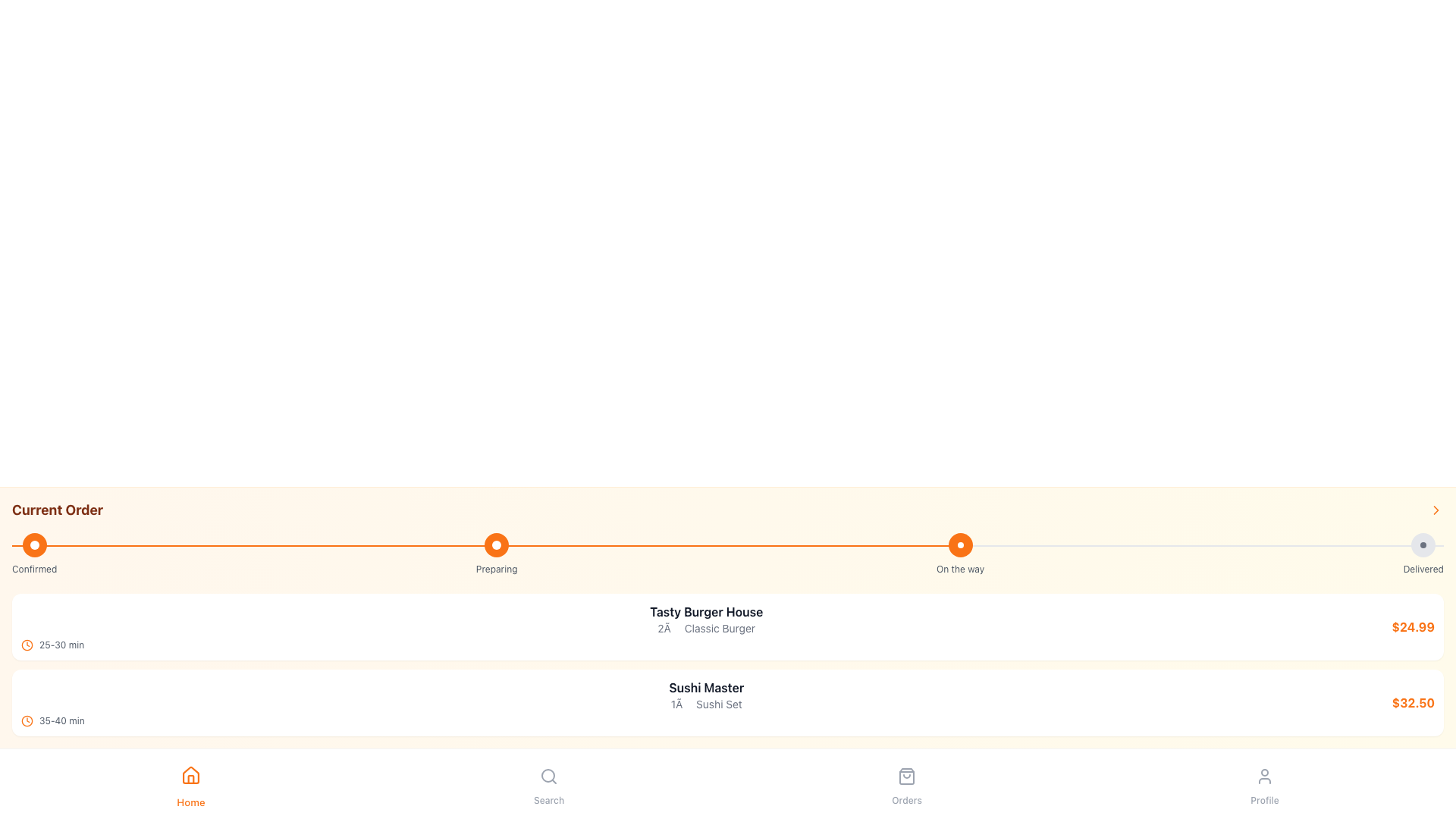  Describe the element at coordinates (1412, 626) in the screenshot. I see `the price display showing '$24.99' in bold orange text, located at the far right of the 'Tasty Burger House' card` at that location.